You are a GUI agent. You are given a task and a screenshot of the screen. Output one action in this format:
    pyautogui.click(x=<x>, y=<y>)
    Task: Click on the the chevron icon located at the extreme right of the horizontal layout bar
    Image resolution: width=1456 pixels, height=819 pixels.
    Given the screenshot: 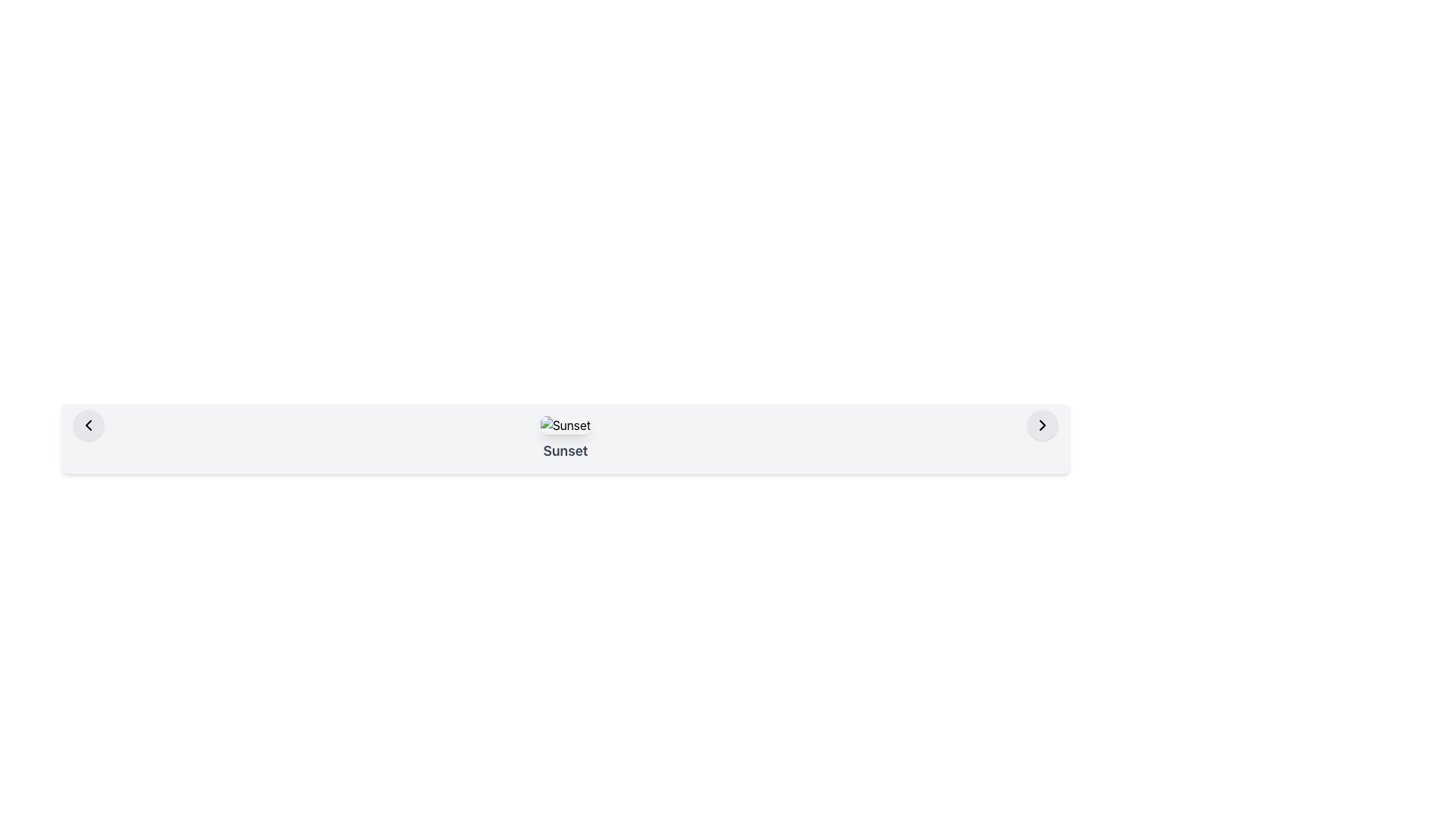 What is the action you would take?
    pyautogui.click(x=1041, y=425)
    